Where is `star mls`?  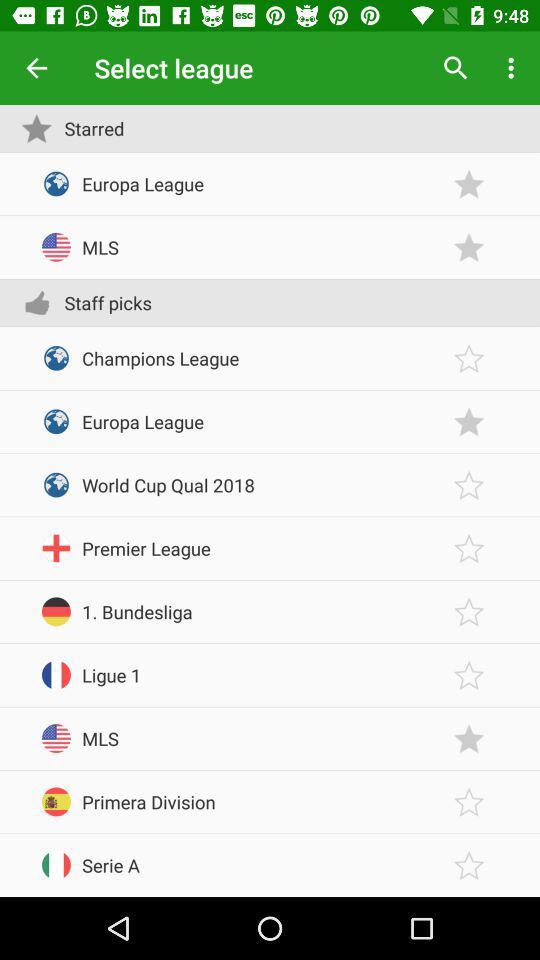
star mls is located at coordinates (469, 737).